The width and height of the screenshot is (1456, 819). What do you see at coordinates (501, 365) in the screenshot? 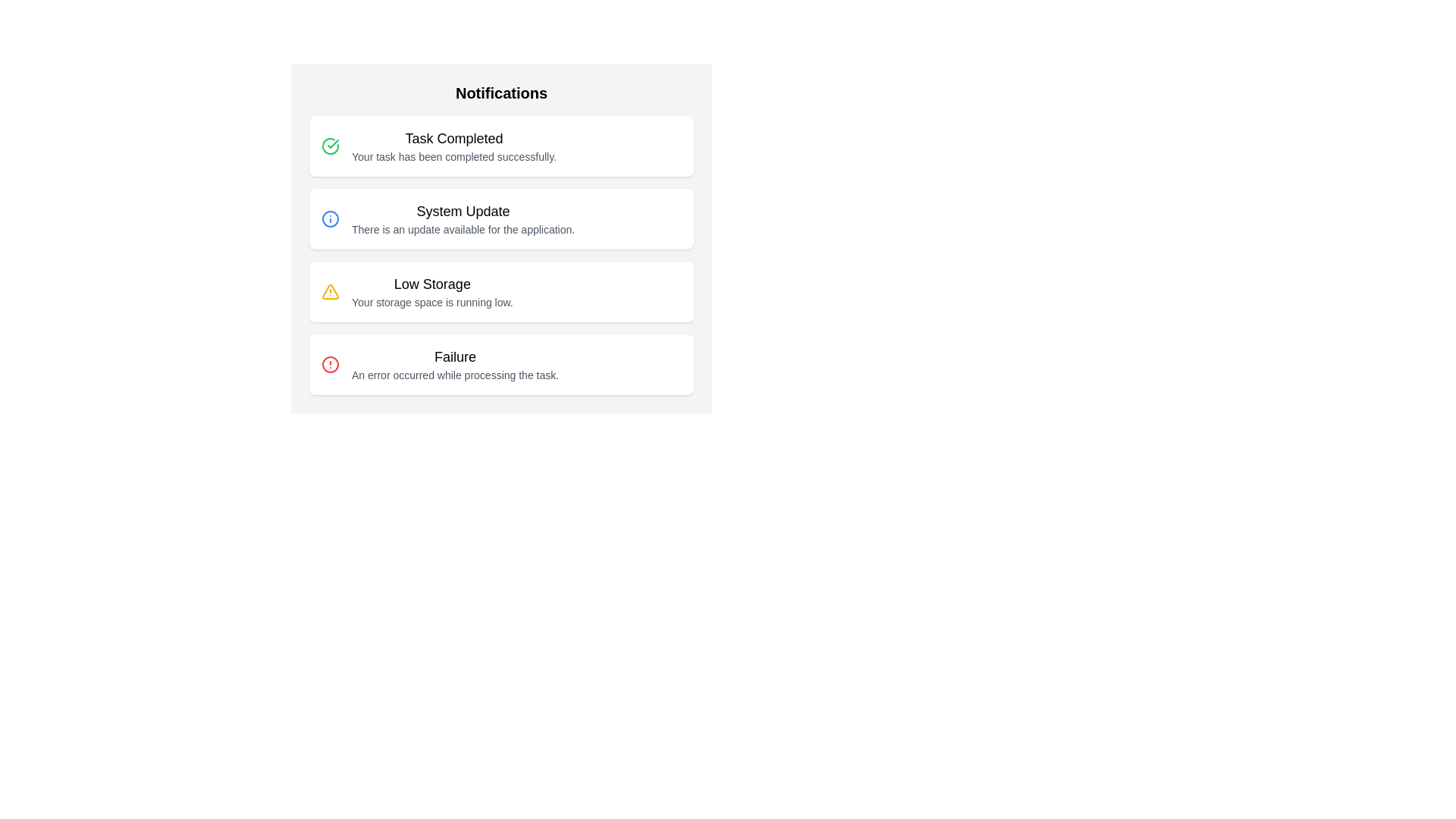
I see `error message displayed on the fourth notification card, which indicates a failure in a process or task` at bounding box center [501, 365].